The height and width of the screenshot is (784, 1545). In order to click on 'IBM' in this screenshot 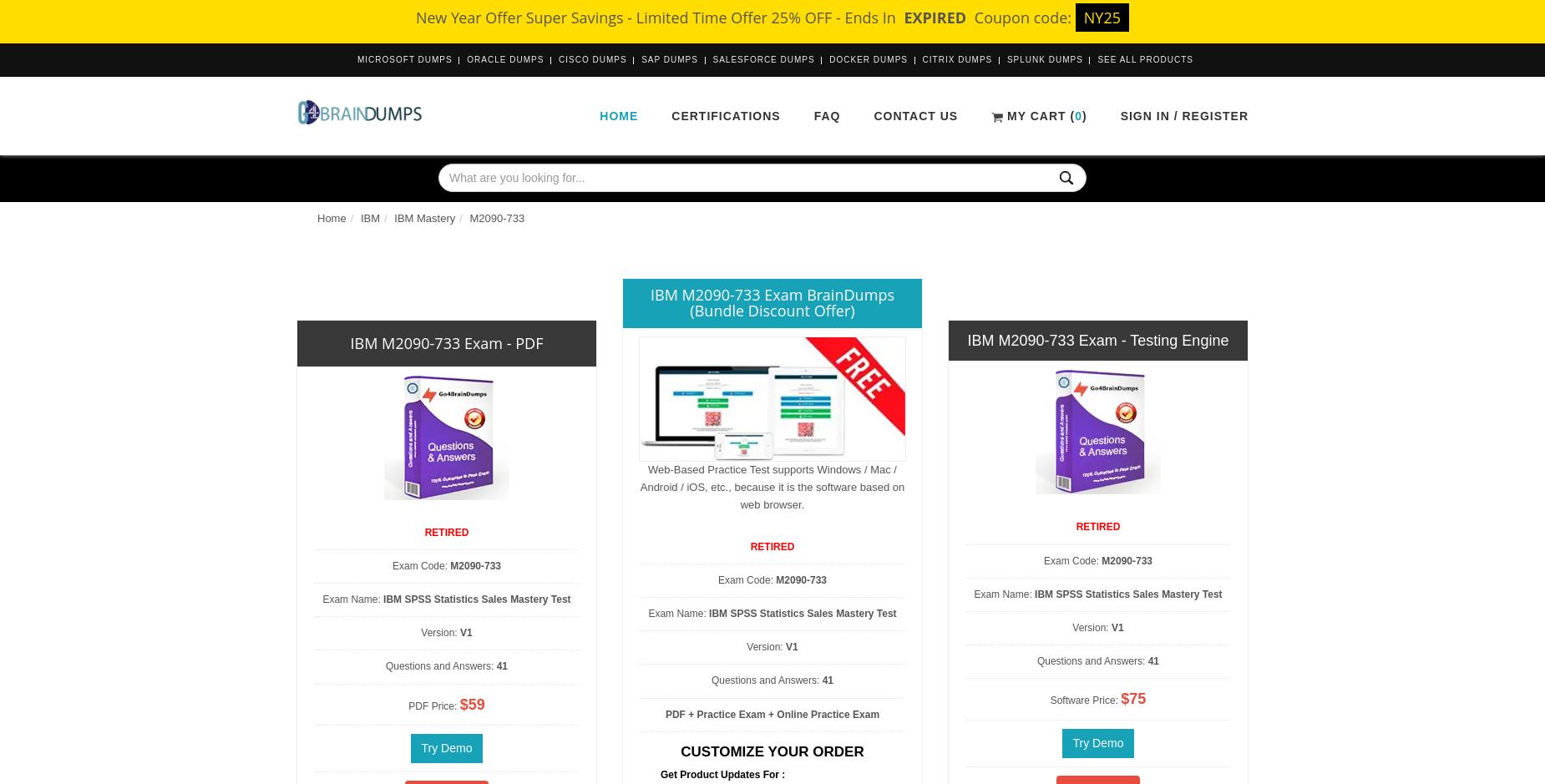, I will do `click(369, 216)`.